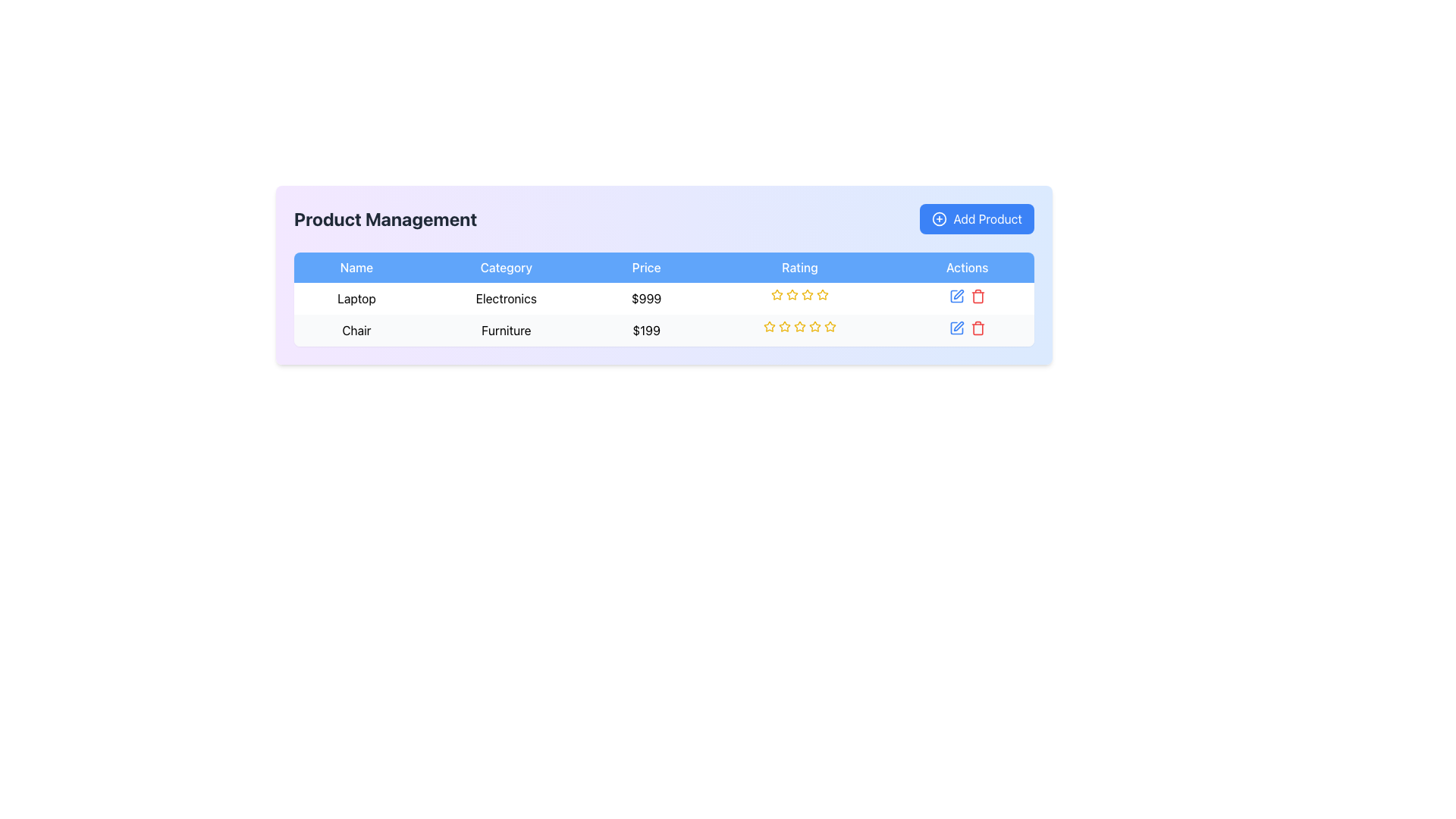 Image resolution: width=1456 pixels, height=819 pixels. What do you see at coordinates (506, 267) in the screenshot?
I see `the 'Category' column header in the table layout, which is the second column header positioned between 'Name' and 'Price'` at bounding box center [506, 267].